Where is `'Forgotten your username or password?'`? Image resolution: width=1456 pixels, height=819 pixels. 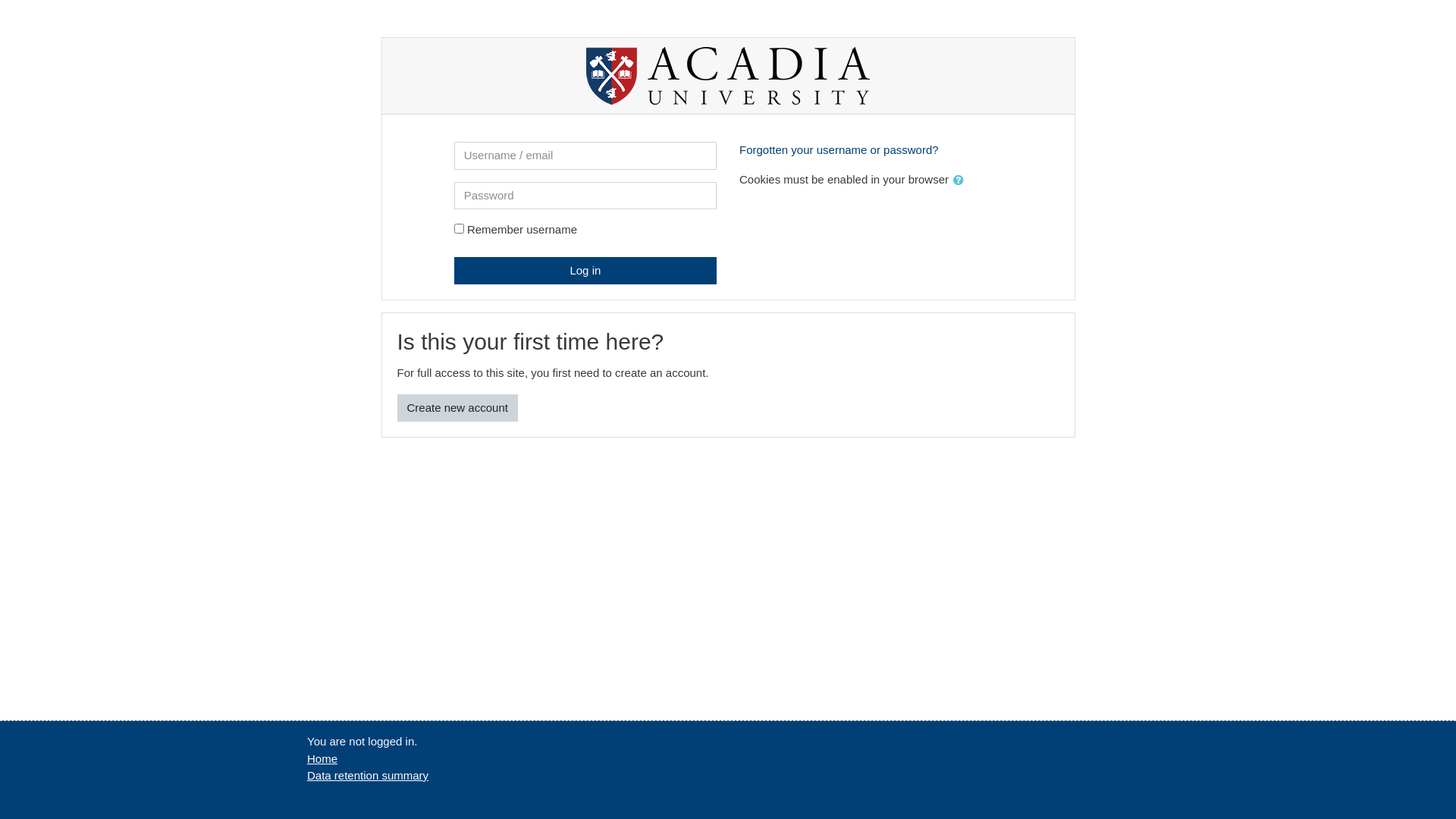 'Forgotten your username or password?' is located at coordinates (838, 149).